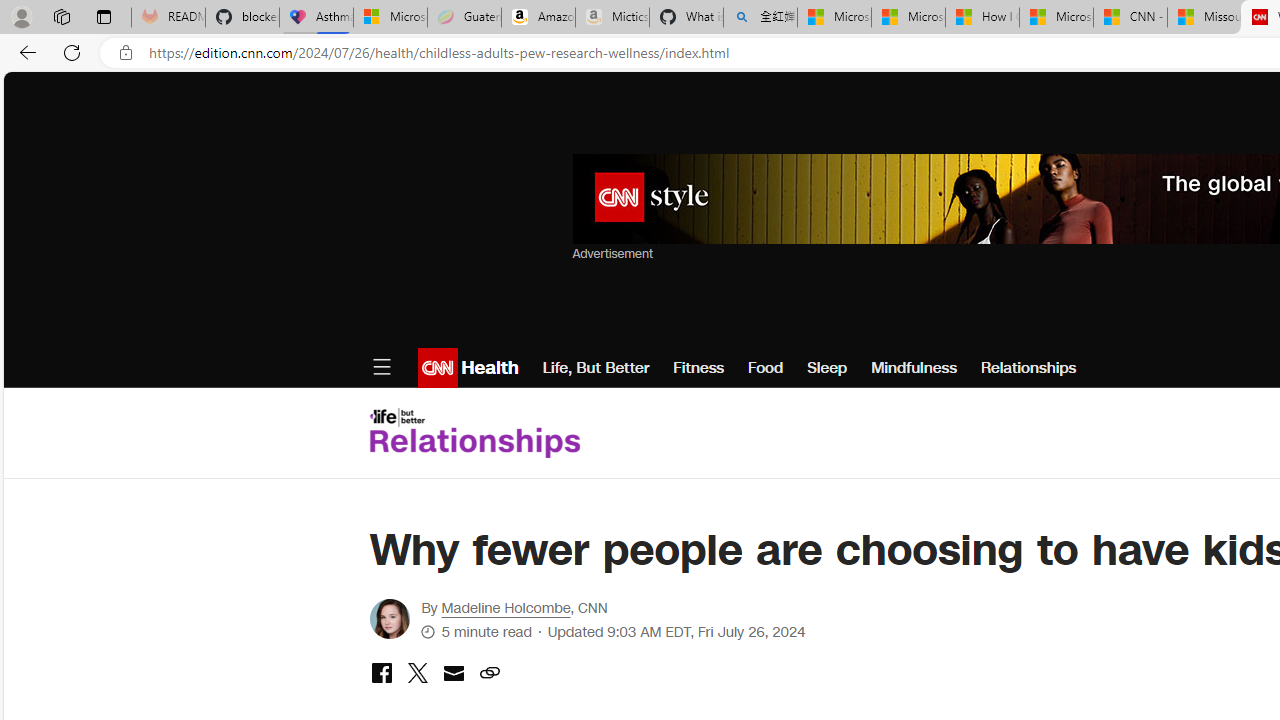 The height and width of the screenshot is (720, 1280). I want to click on 'Fitness', so click(698, 367).